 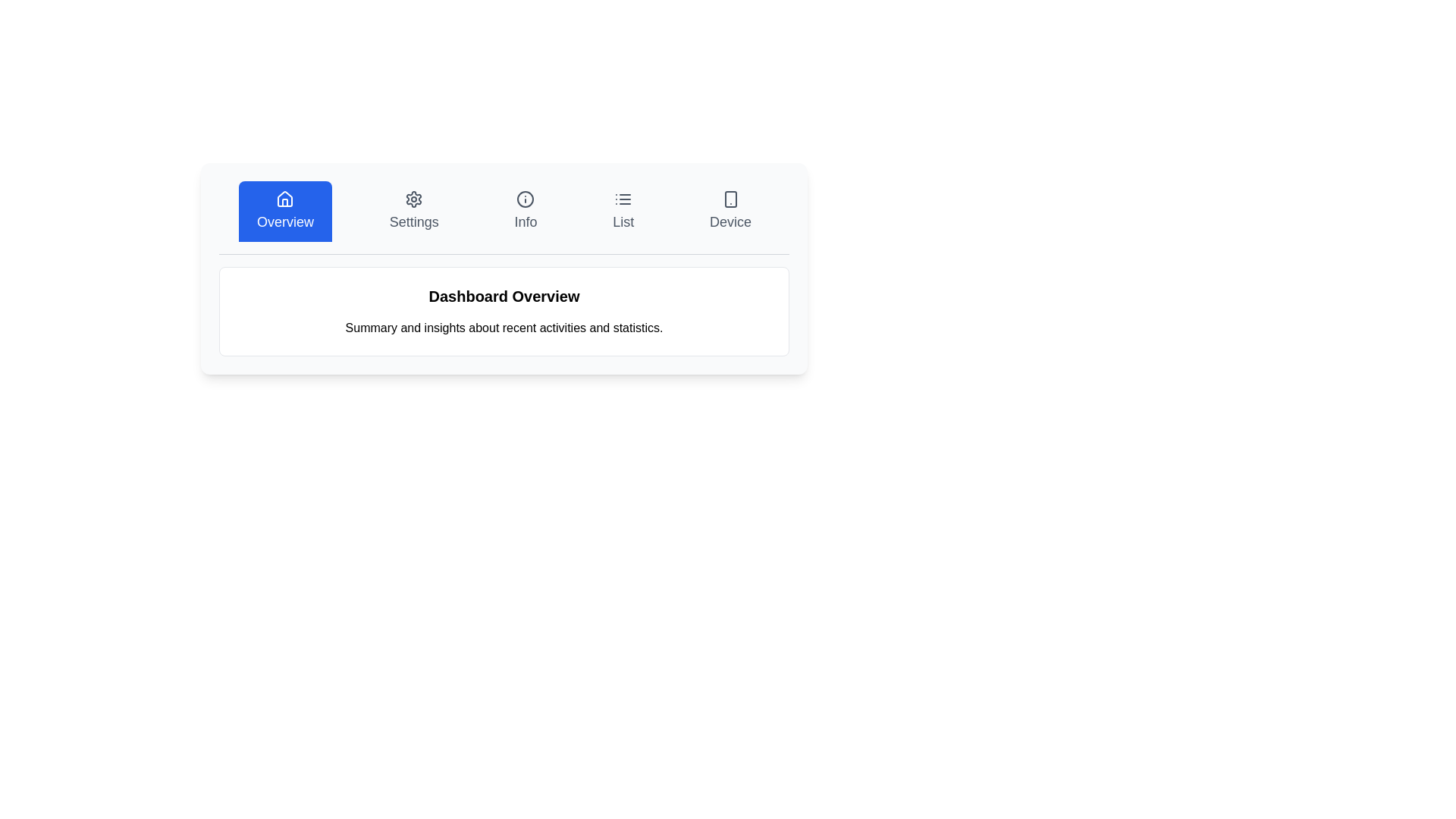 I want to click on the cogwheel-shaped icon in the 'Settings' menu, so click(x=414, y=198).